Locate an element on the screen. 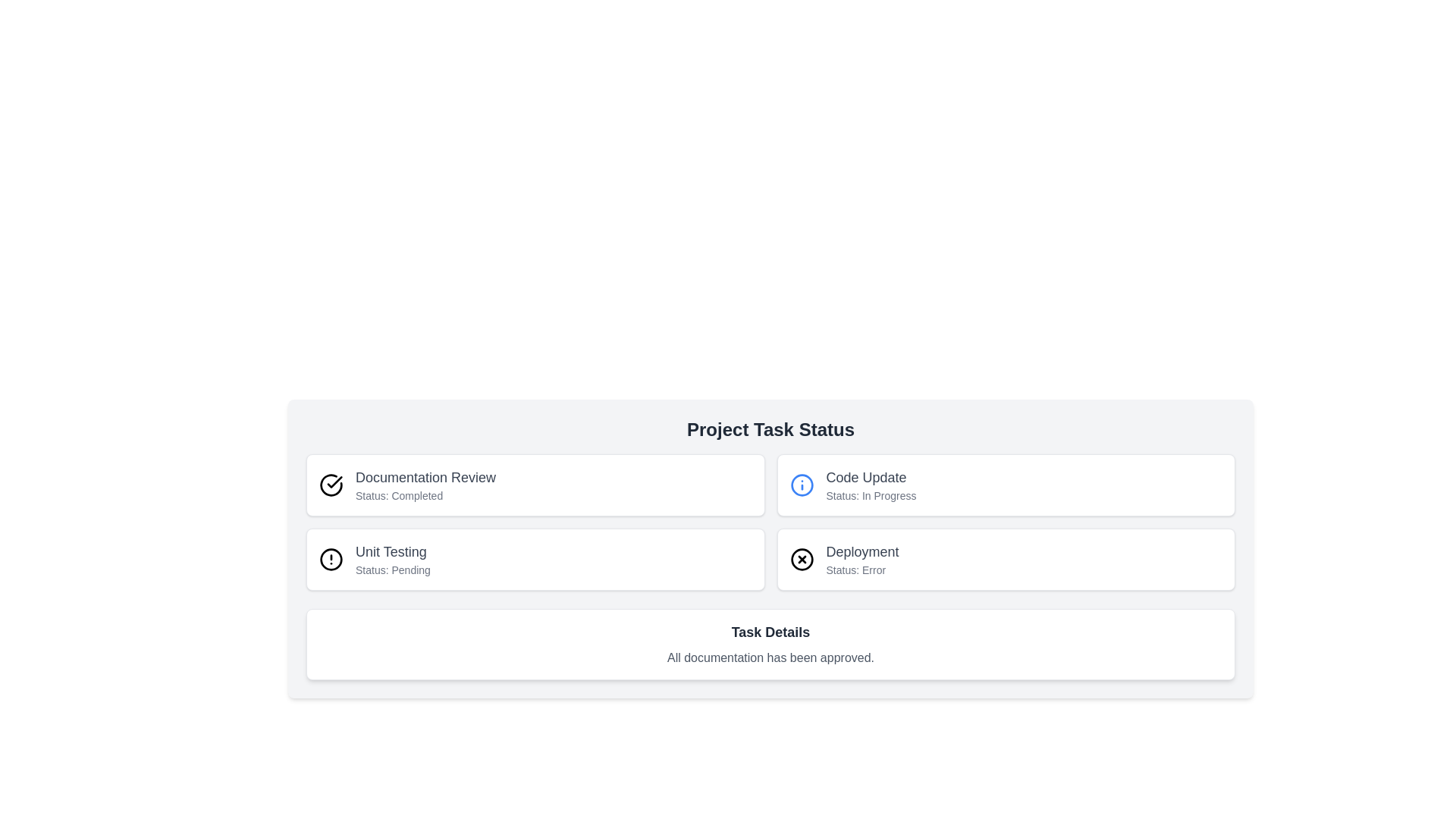 The height and width of the screenshot is (819, 1456). the Text label that displays 'Unit Testing' and 'Status: Pending', located in the second row and first column of the grid layout is located at coordinates (393, 559).